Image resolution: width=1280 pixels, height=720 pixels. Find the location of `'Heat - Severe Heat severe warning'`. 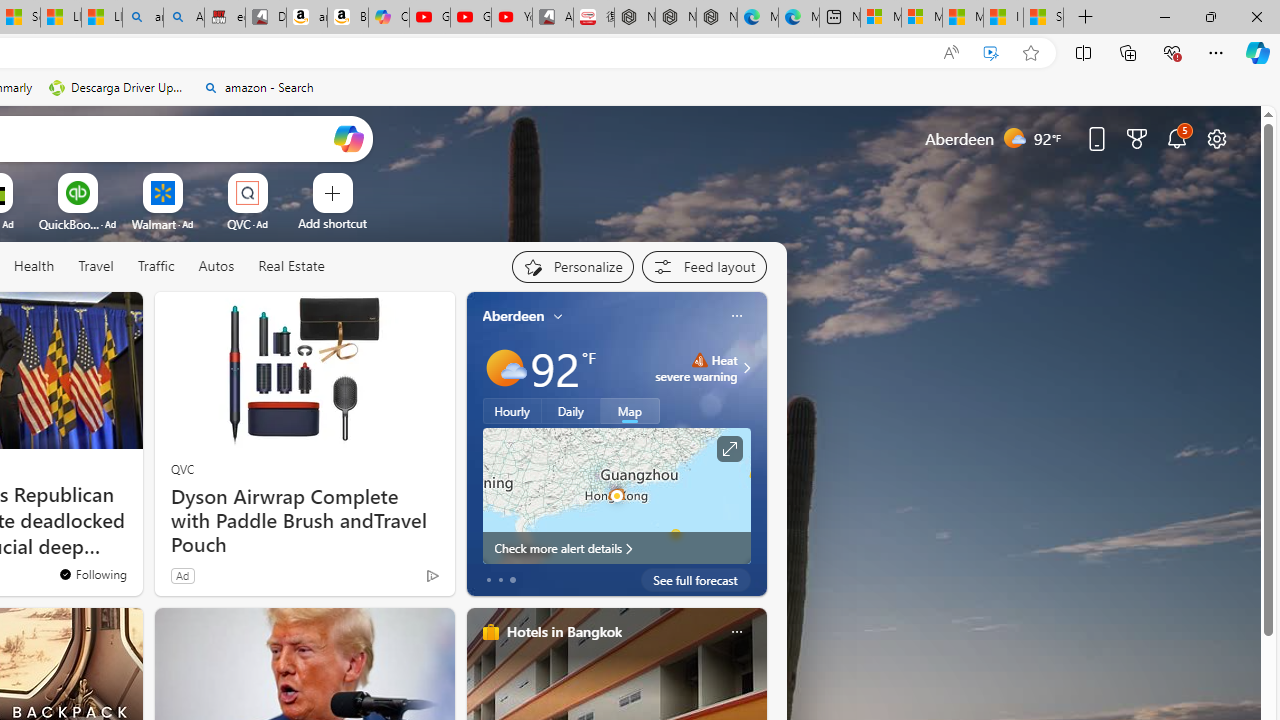

'Heat - Severe Heat severe warning' is located at coordinates (696, 367).